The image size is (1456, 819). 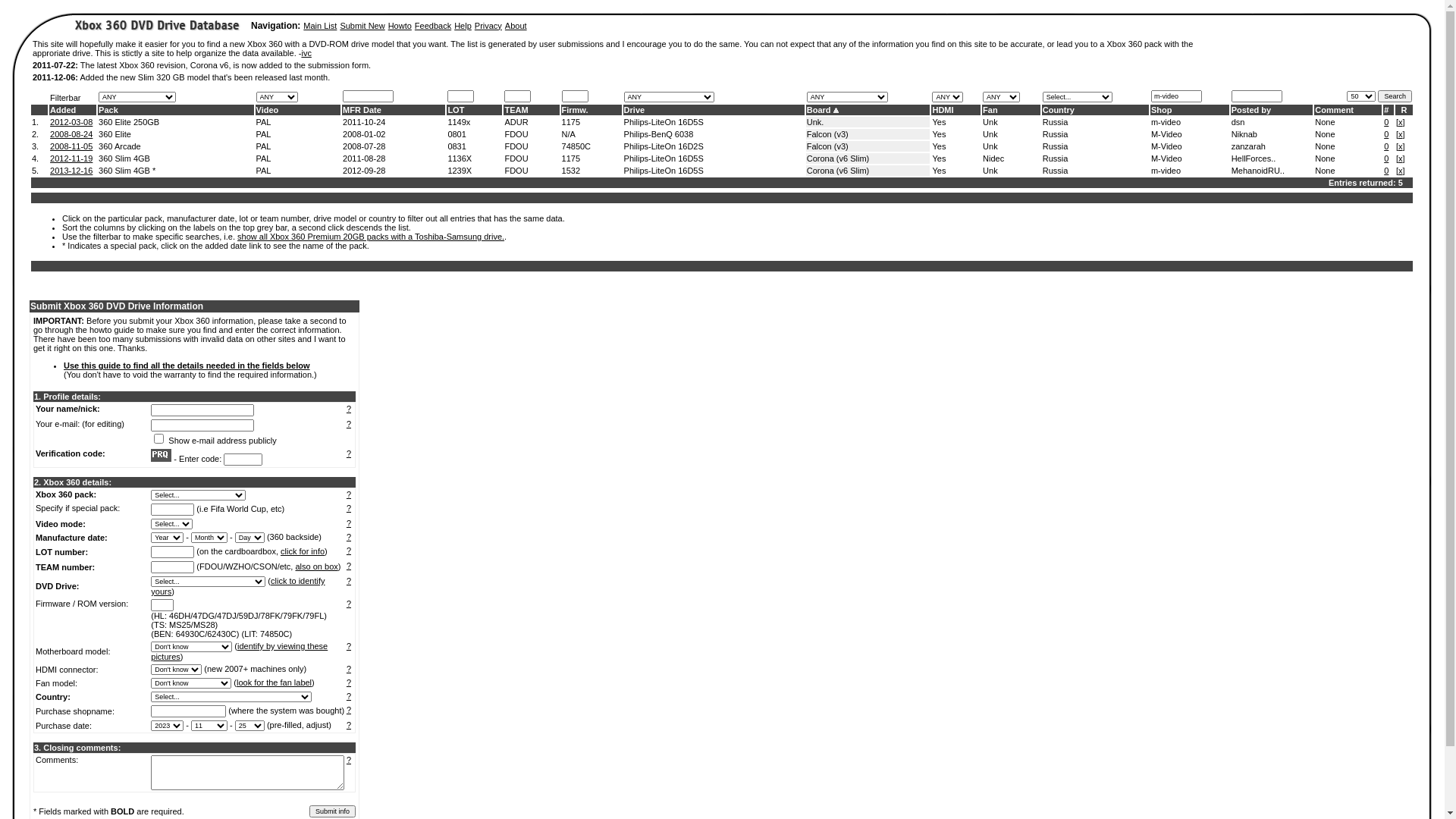 What do you see at coordinates (432, 26) in the screenshot?
I see `'Feedback'` at bounding box center [432, 26].